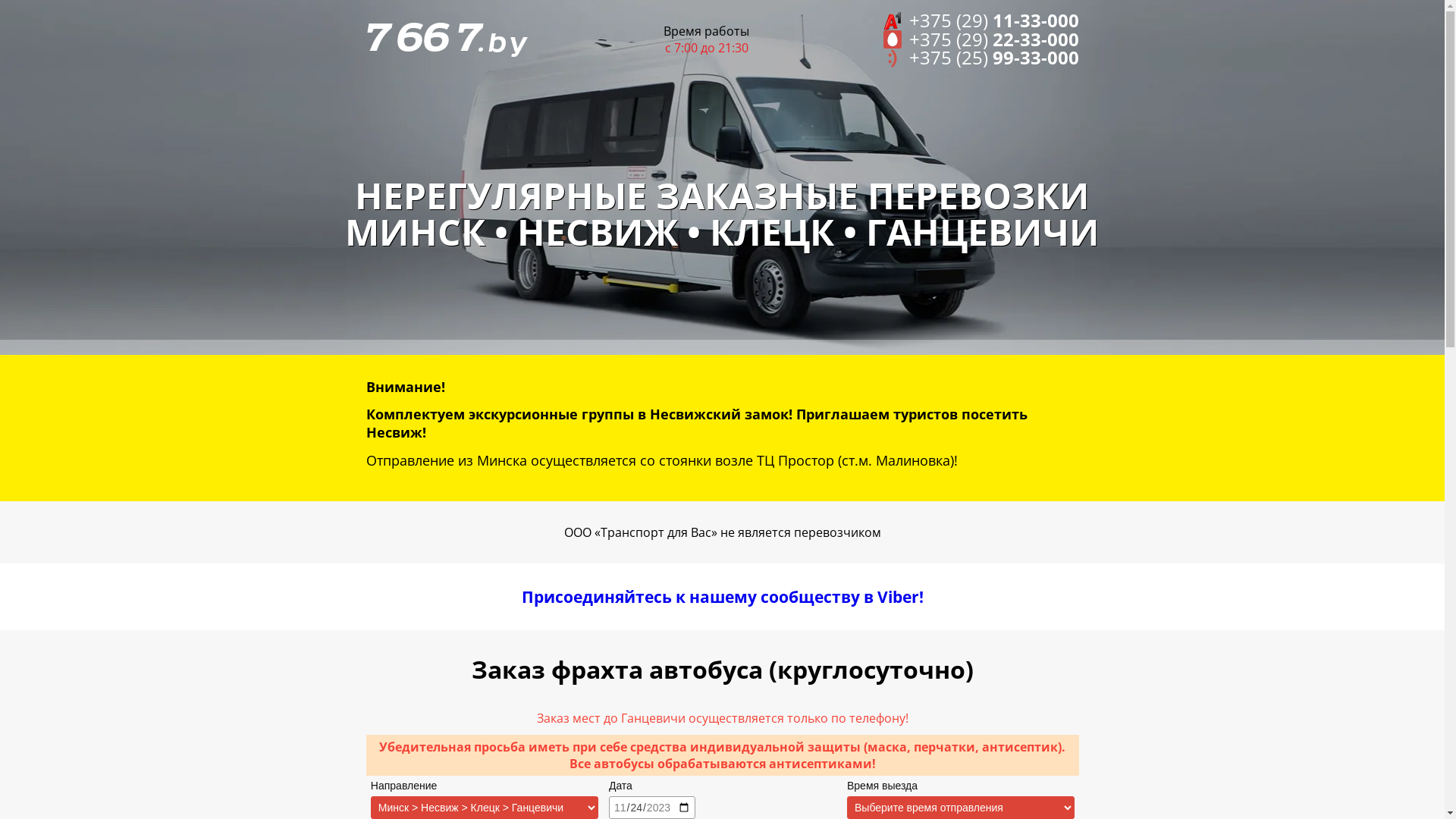  Describe the element at coordinates (981, 20) in the screenshot. I see `'+375 (29) 11-33-000'` at that location.